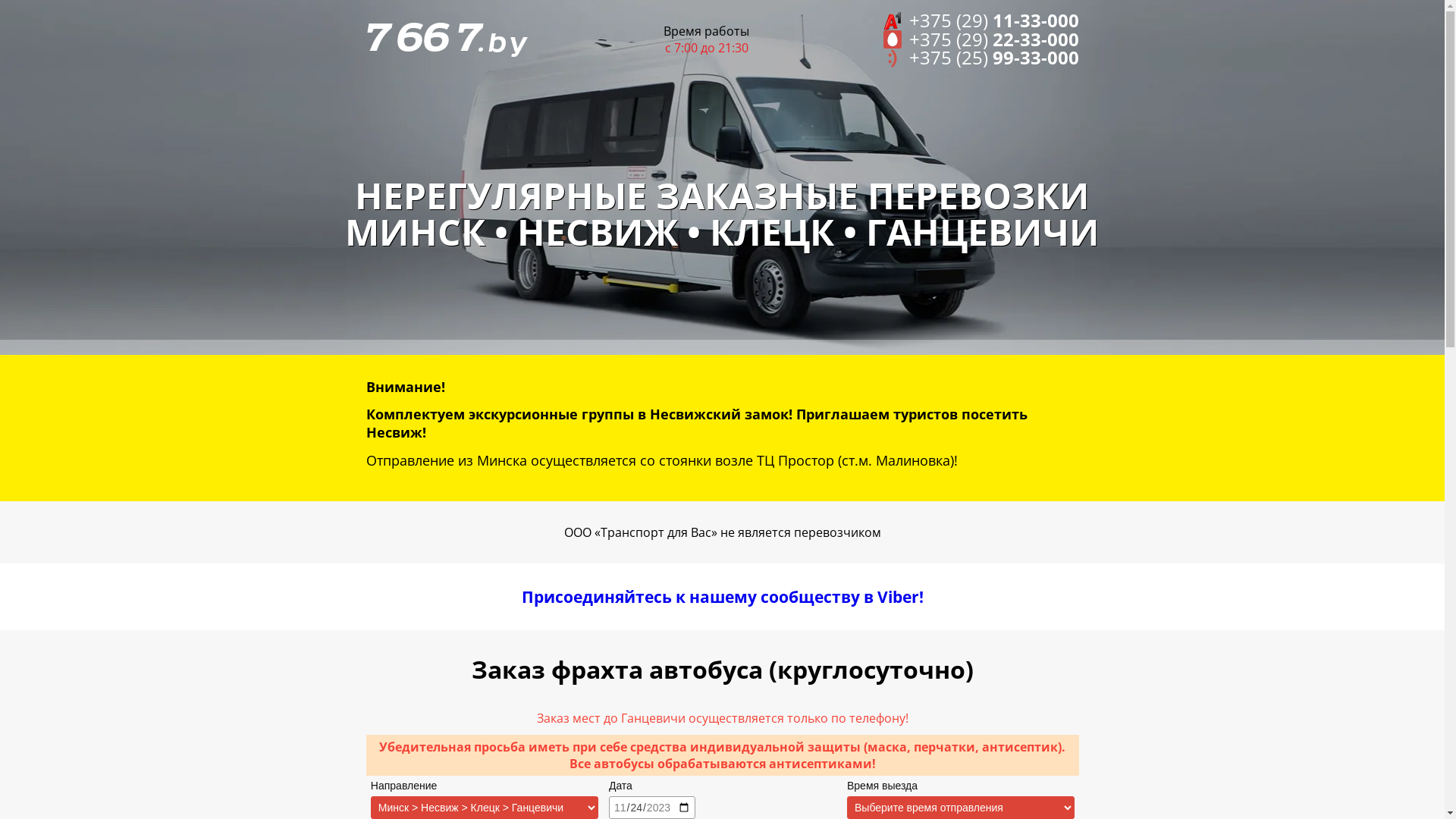  Describe the element at coordinates (981, 20) in the screenshot. I see `'+375 (29) 11-33-000'` at that location.